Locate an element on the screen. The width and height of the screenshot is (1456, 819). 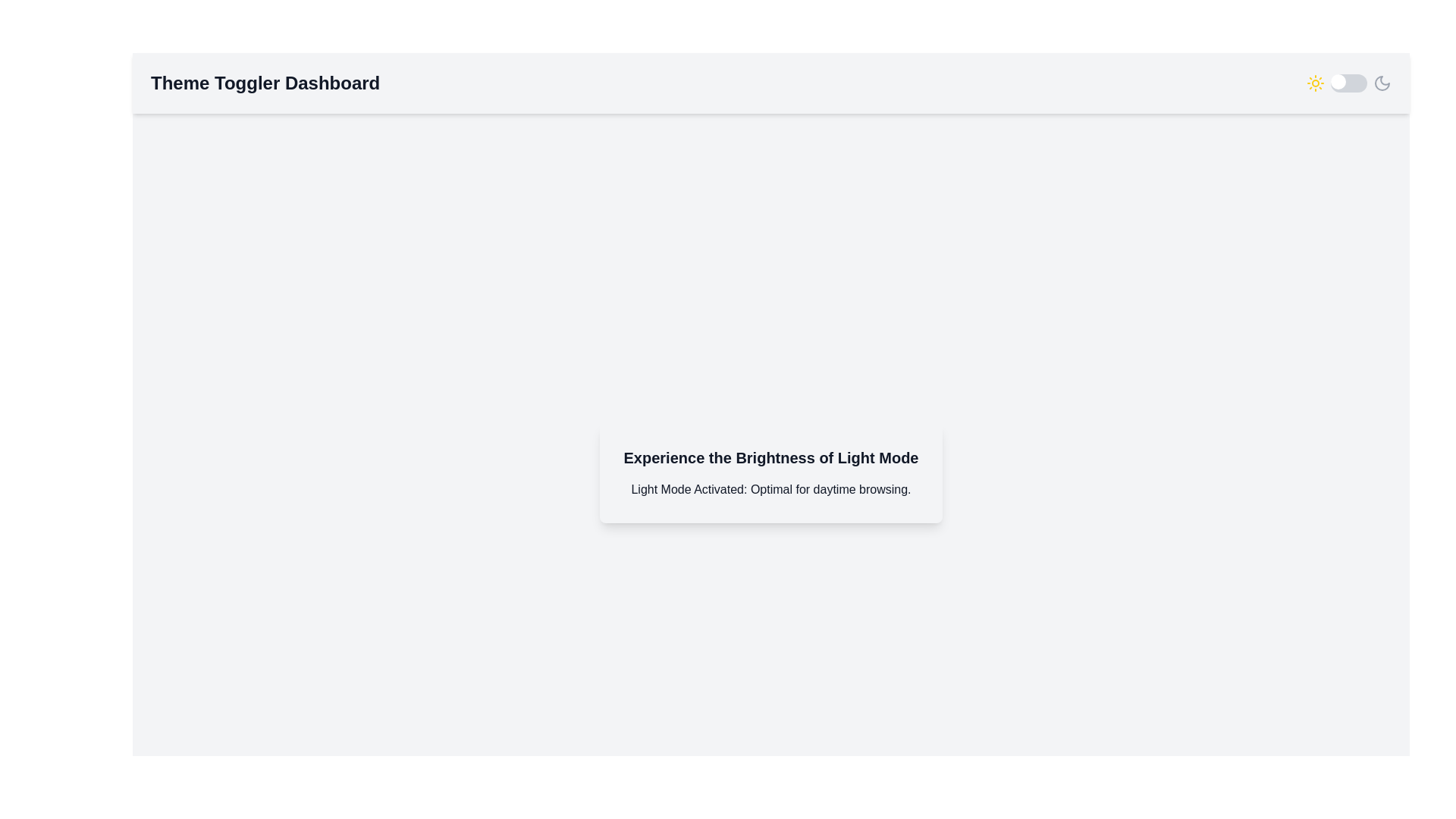
the crescent-shaped moon icon with a gray outline in the top-right corner of the page header is located at coordinates (1382, 83).